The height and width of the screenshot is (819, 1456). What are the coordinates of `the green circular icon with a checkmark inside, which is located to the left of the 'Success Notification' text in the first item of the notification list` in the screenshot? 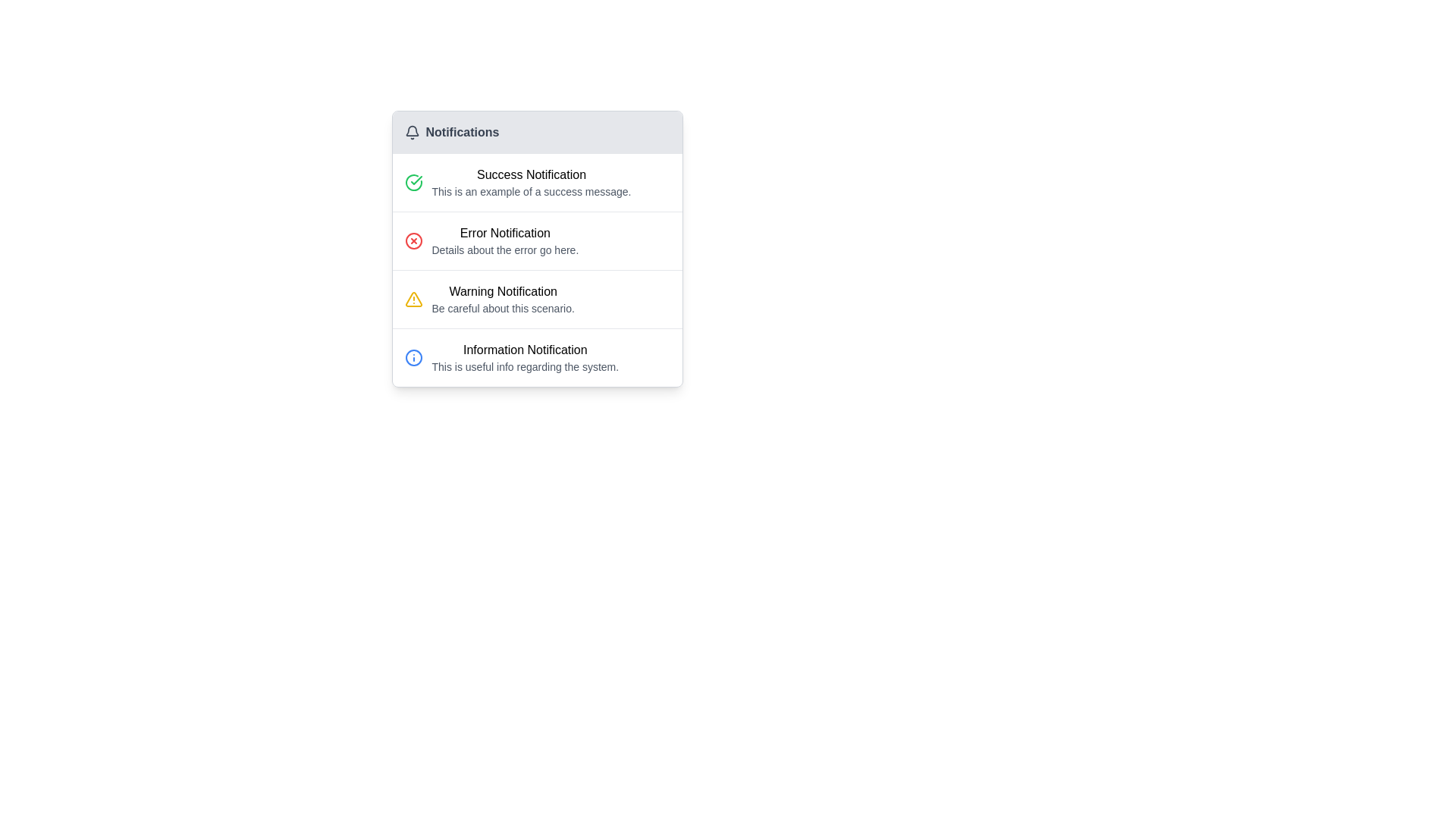 It's located at (413, 181).